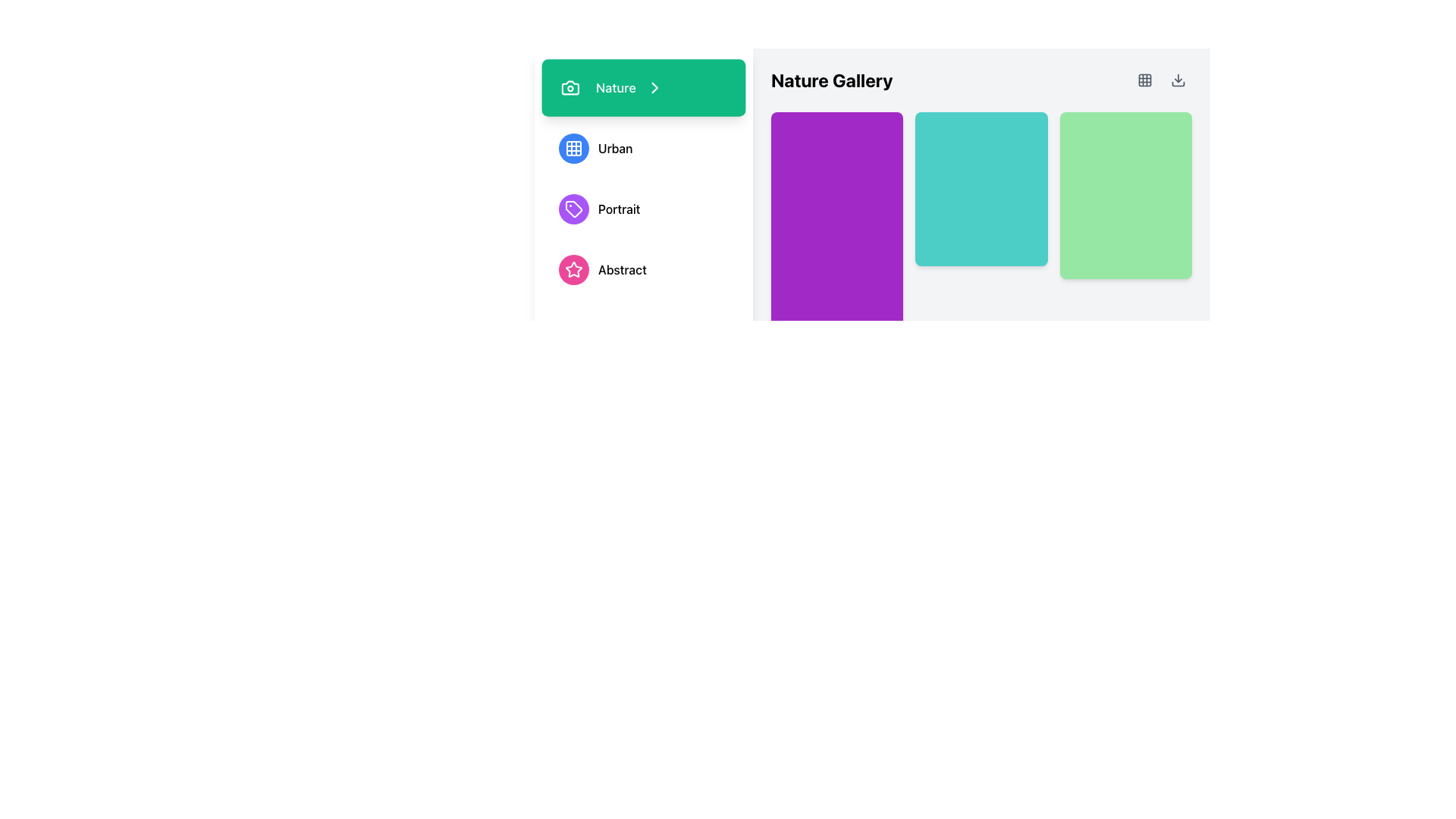 Image resolution: width=1456 pixels, height=819 pixels. Describe the element at coordinates (573, 268) in the screenshot. I see `the pink circular icon button representing the 'Abstract' category located at the bottom of the sidebar` at that location.